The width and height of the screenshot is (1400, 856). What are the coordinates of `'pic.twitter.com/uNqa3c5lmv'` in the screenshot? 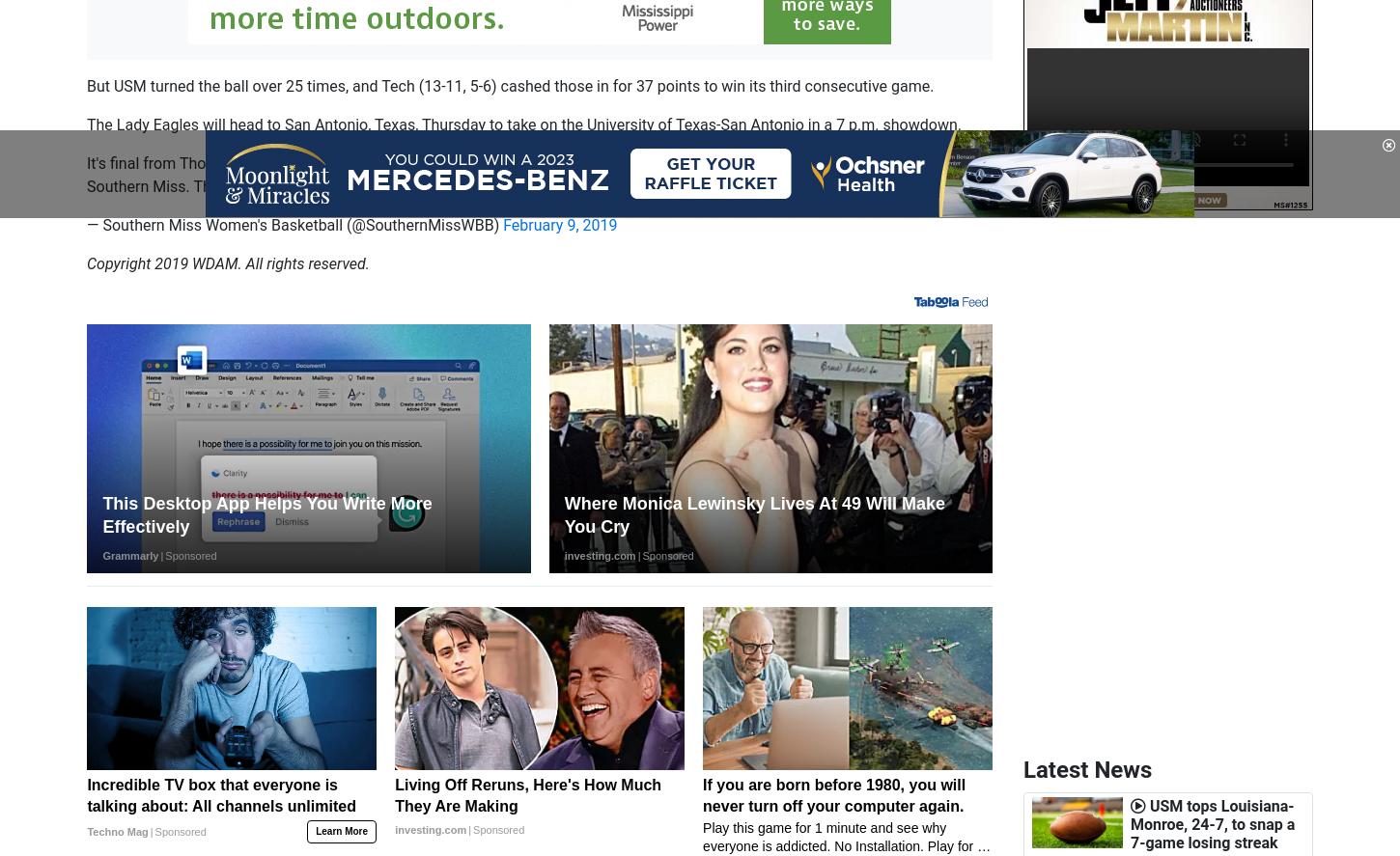 It's located at (730, 184).